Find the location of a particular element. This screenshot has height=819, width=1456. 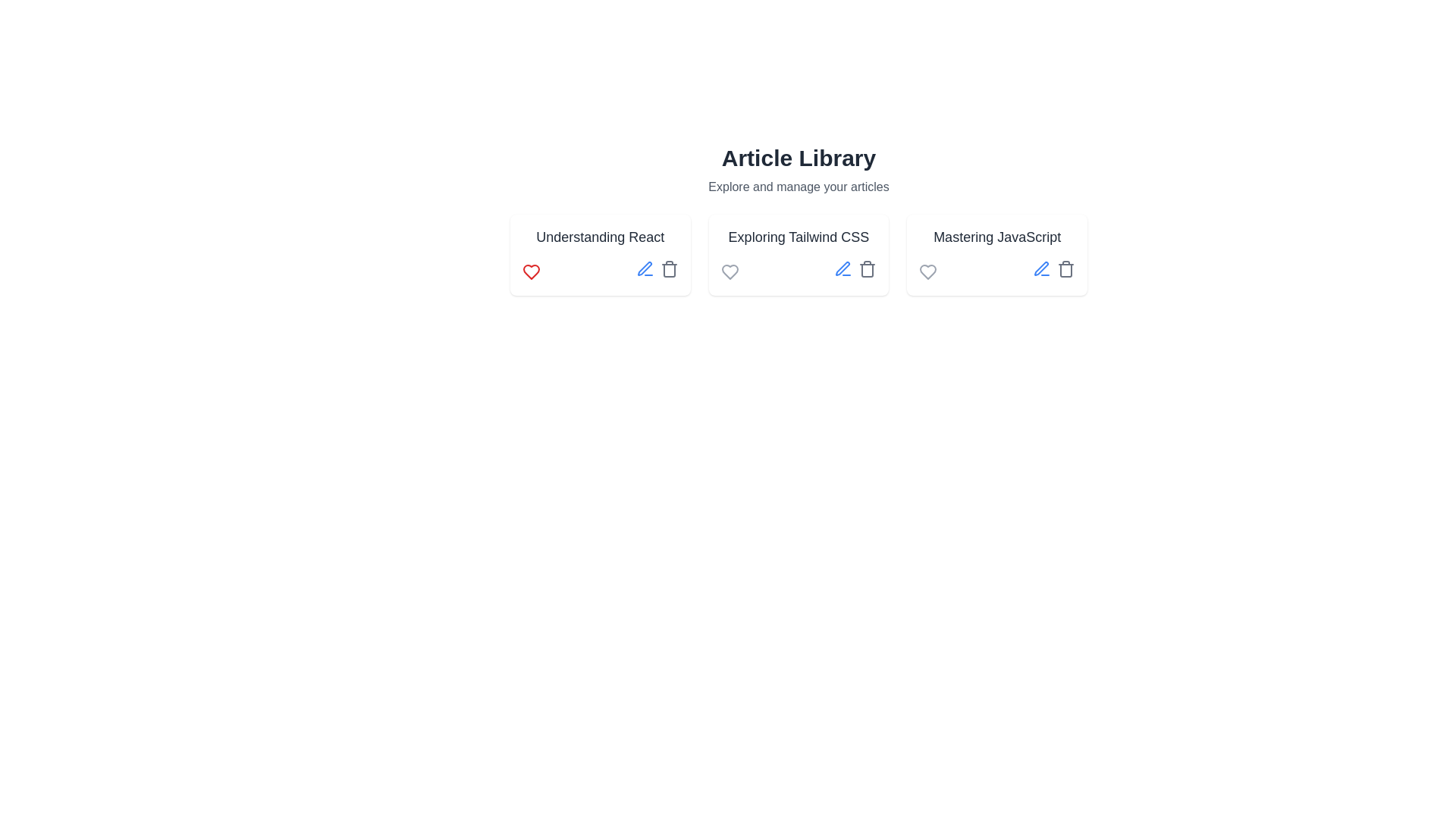

the delete icon button is located at coordinates (868, 268).